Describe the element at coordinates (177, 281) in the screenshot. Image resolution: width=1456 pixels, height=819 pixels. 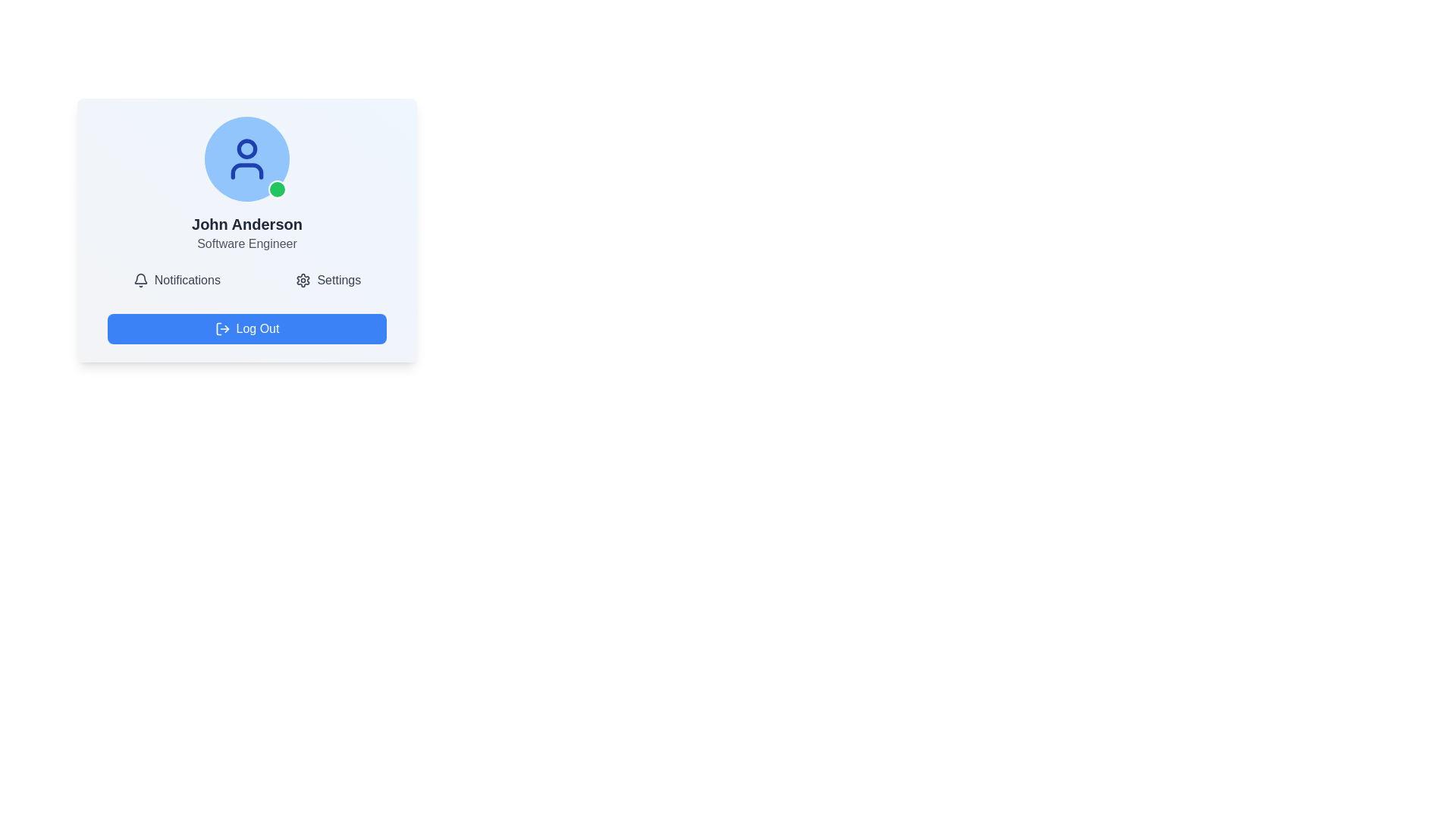
I see `the notifications button located to the left of the 'Settings' button to trigger a color change` at that location.